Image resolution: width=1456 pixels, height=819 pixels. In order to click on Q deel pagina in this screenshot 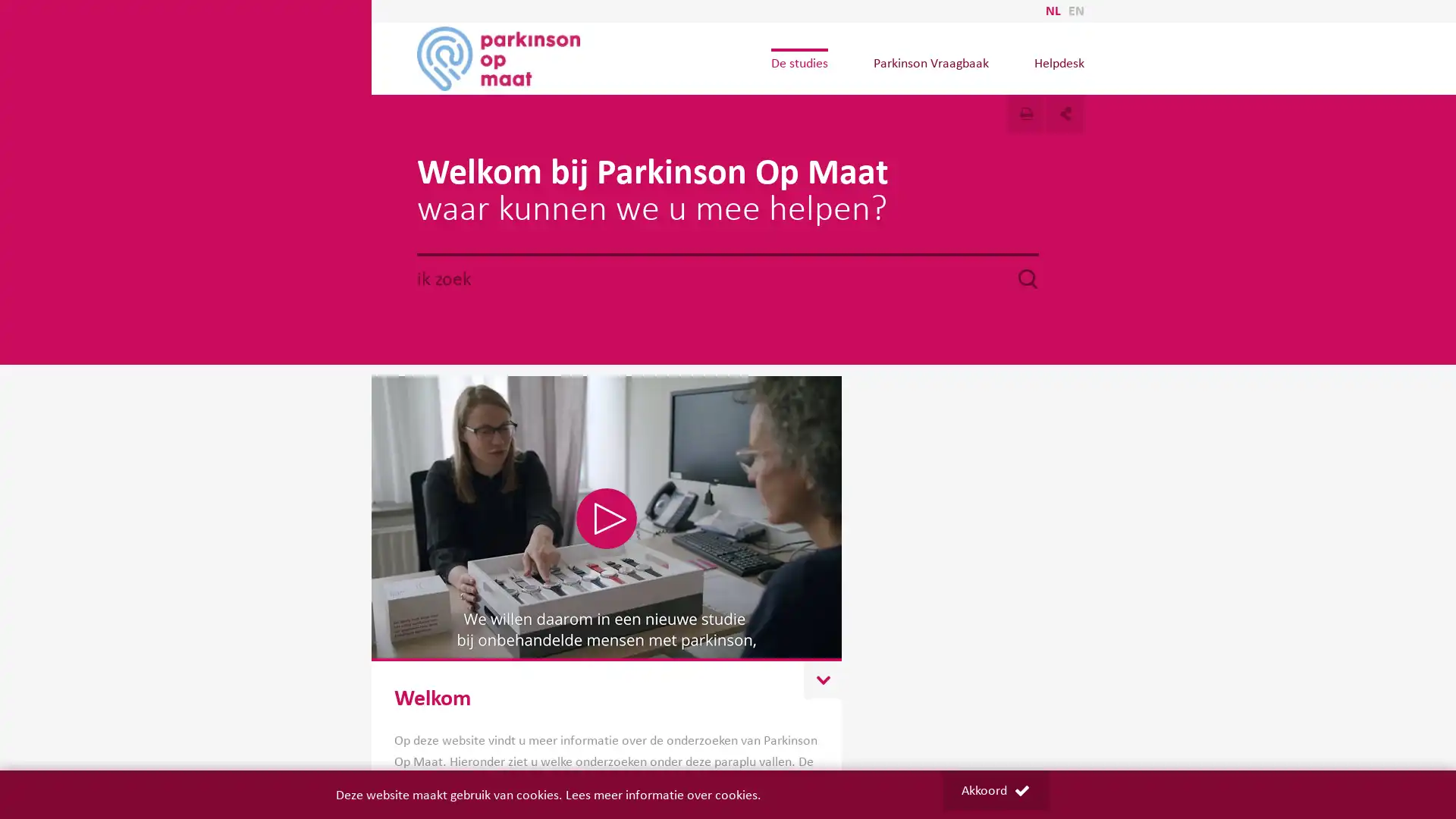, I will do `click(1065, 113)`.